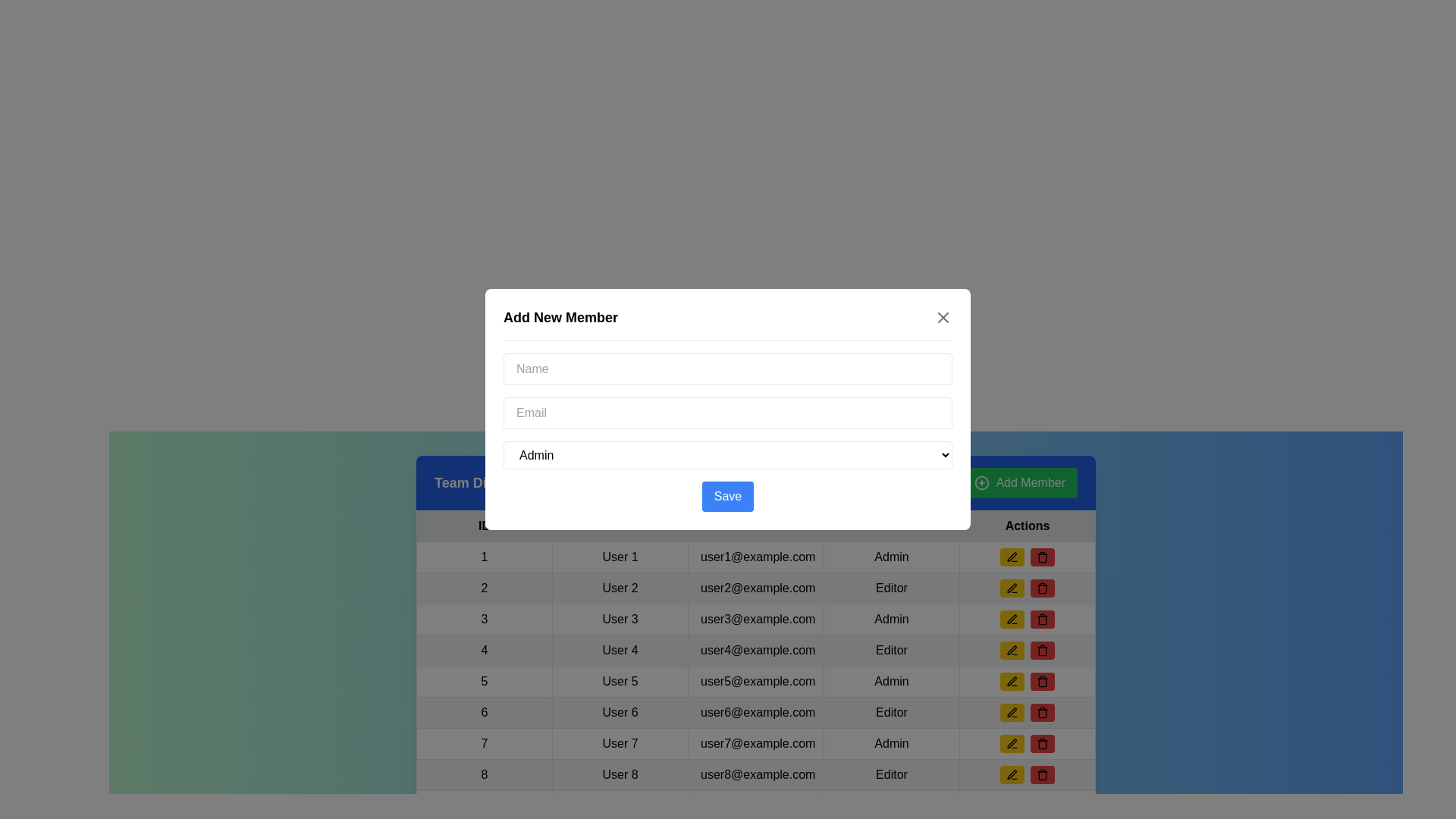  What do you see at coordinates (942, 317) in the screenshot?
I see `the close button located in the top-right corner of the 'Add New Member' modal header` at bounding box center [942, 317].